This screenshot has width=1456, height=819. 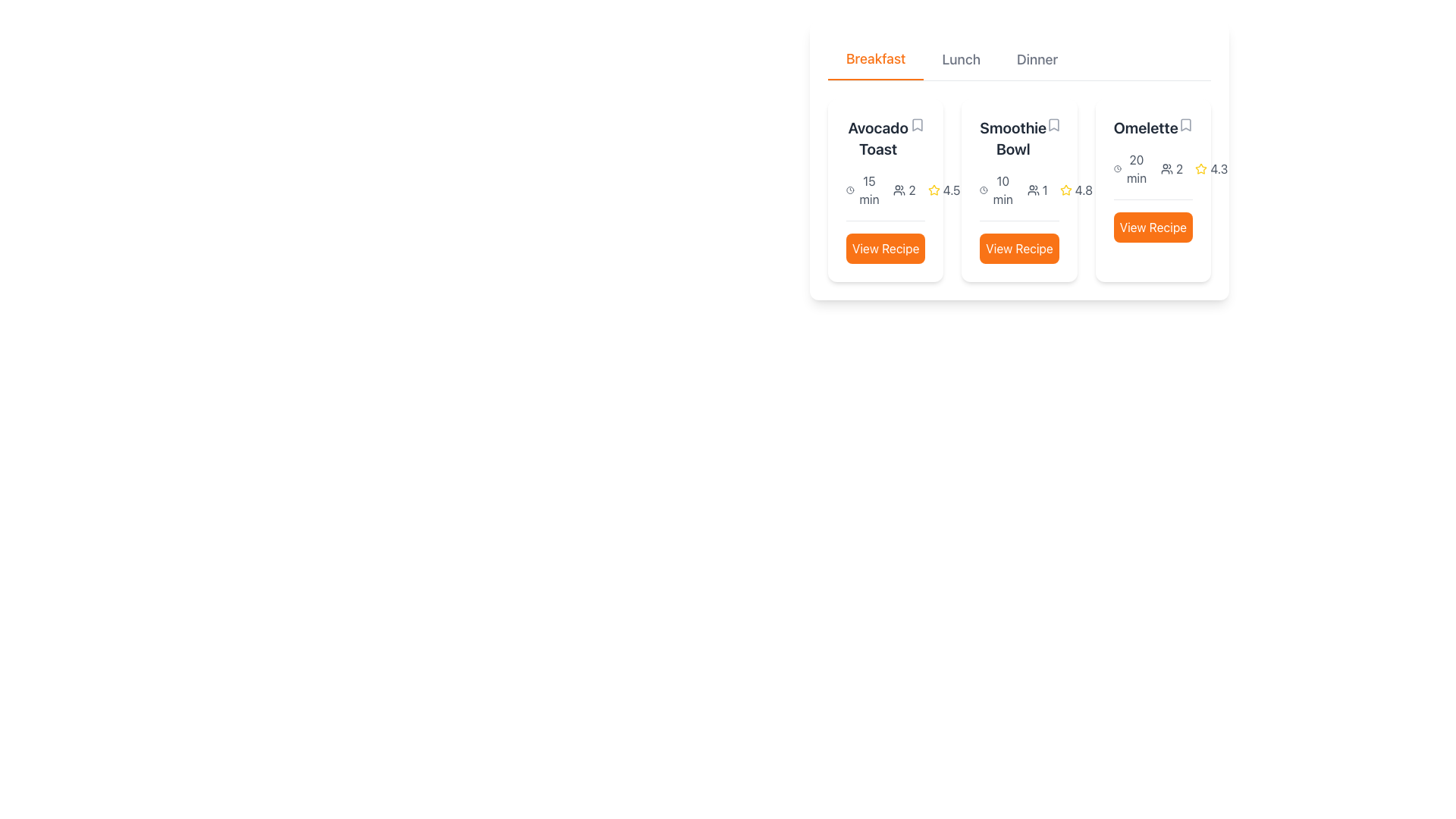 I want to click on the 'Breakfast' category button located at the top-left corner of the navigation bar, so click(x=876, y=58).